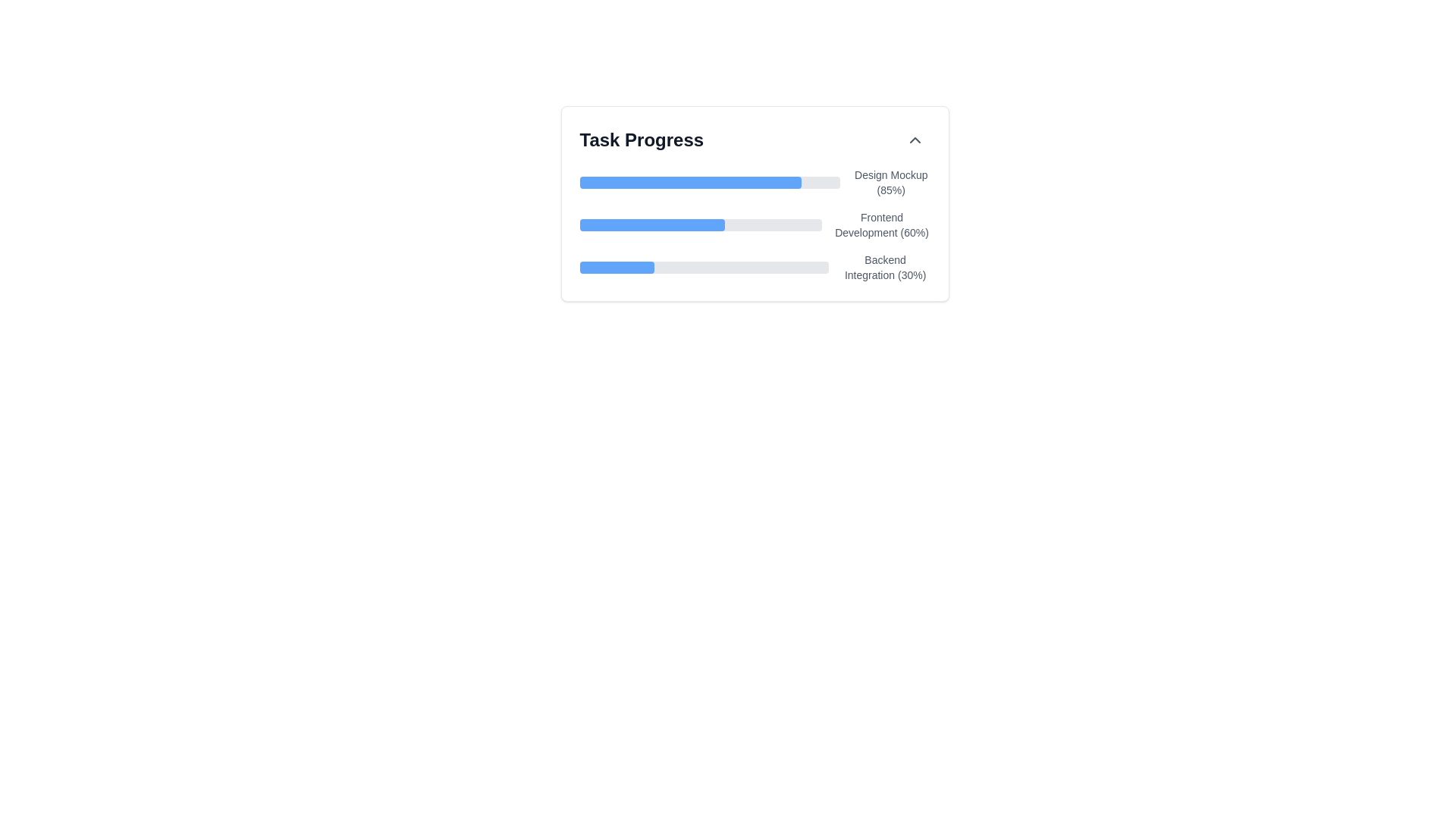  Describe the element at coordinates (755, 267) in the screenshot. I see `the third progress bar in the 'Task Progress' section, which indicates 30% completion of the 'Backend Integration' task` at that location.